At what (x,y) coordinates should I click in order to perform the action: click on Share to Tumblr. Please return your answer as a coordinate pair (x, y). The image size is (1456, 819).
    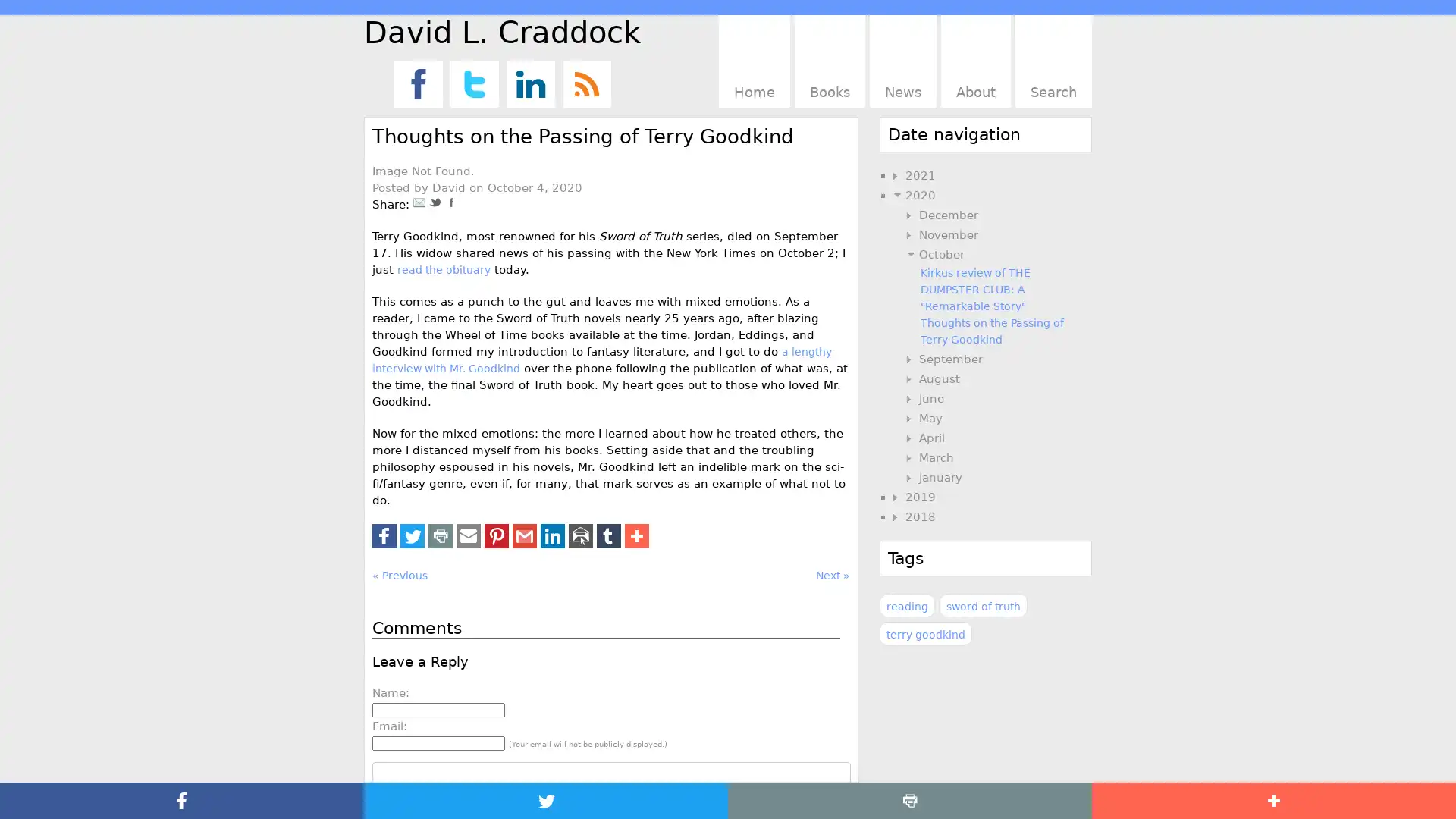
    Looking at the image, I should click on (608, 535).